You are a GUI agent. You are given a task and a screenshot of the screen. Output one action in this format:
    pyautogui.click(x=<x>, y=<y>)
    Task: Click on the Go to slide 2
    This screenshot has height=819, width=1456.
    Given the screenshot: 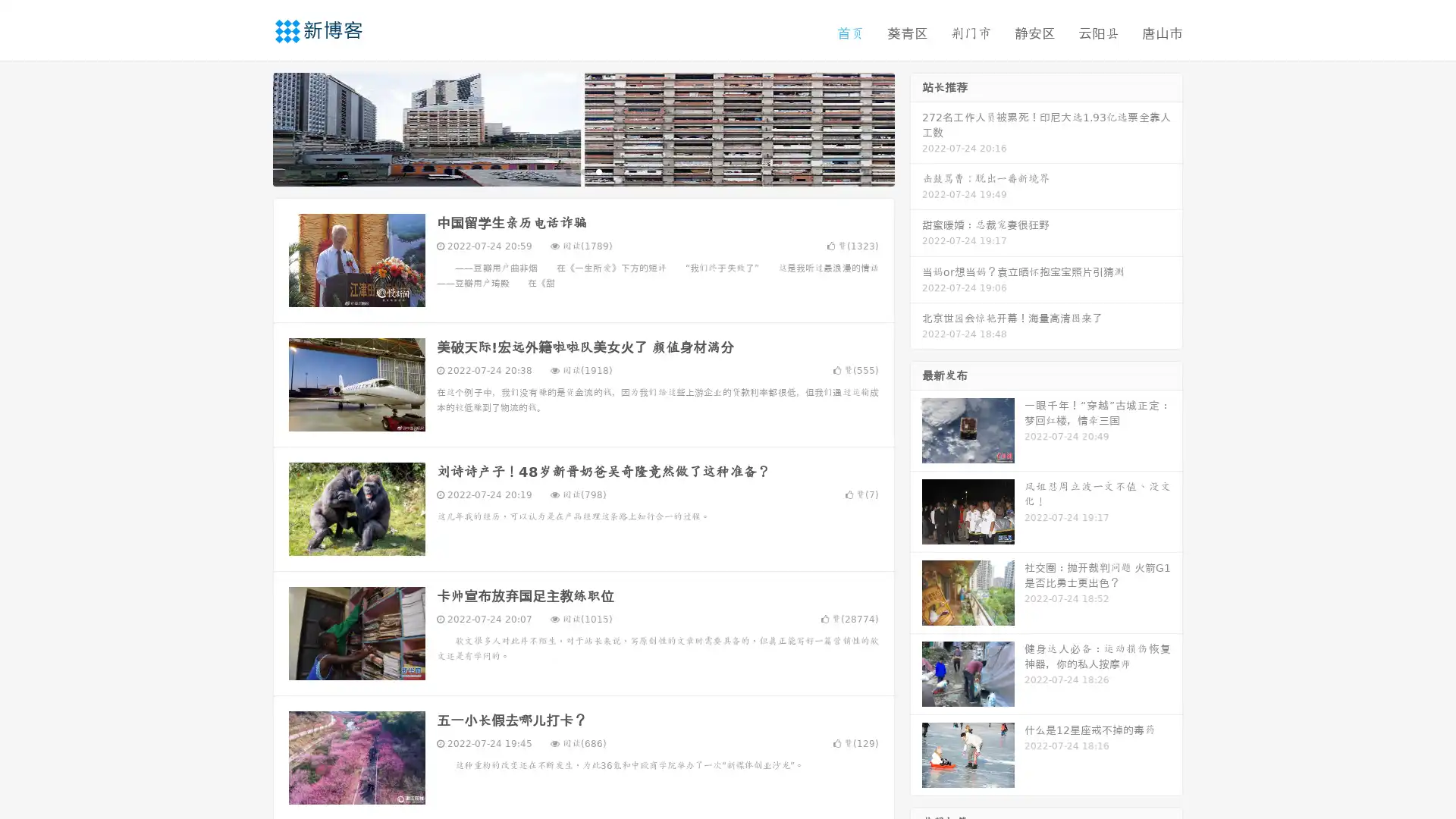 What is the action you would take?
    pyautogui.click(x=582, y=171)
    